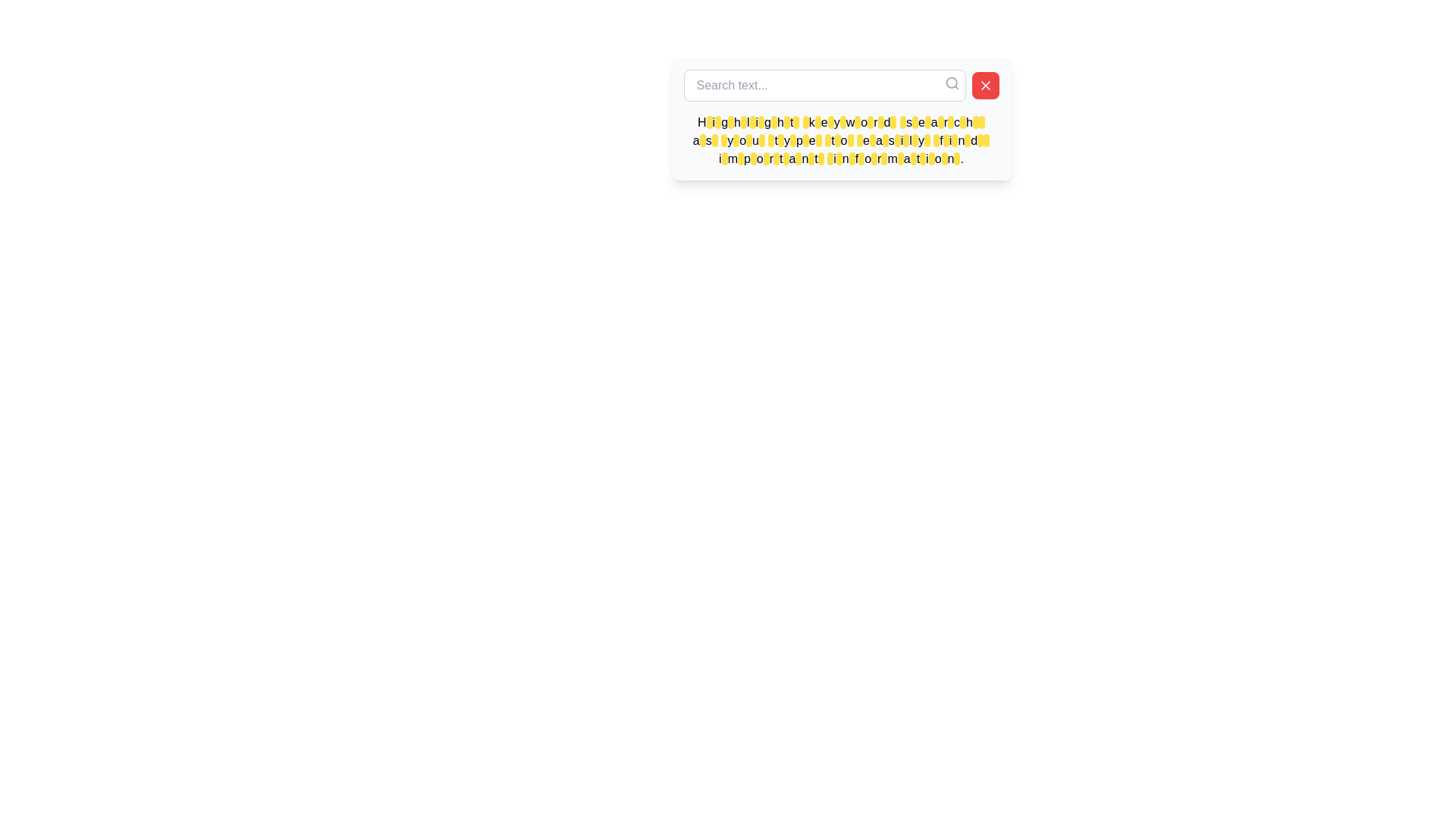  Describe the element at coordinates (951, 83) in the screenshot. I see `the magnifying glass icon in the search bar to trigger a tooltip or visual highlight` at that location.